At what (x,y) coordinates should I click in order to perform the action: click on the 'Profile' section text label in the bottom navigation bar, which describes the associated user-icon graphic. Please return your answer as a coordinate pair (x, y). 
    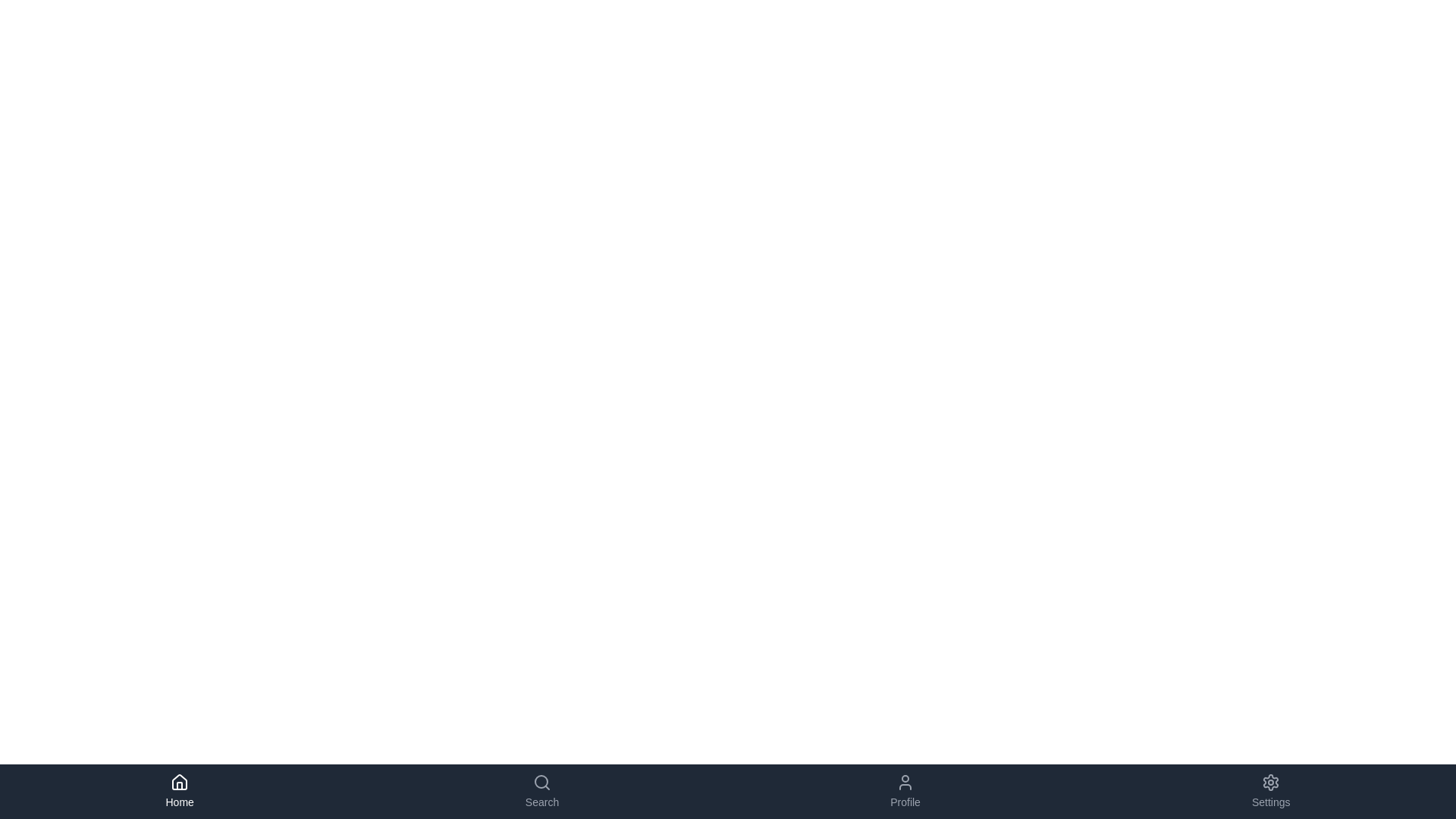
    Looking at the image, I should click on (905, 801).